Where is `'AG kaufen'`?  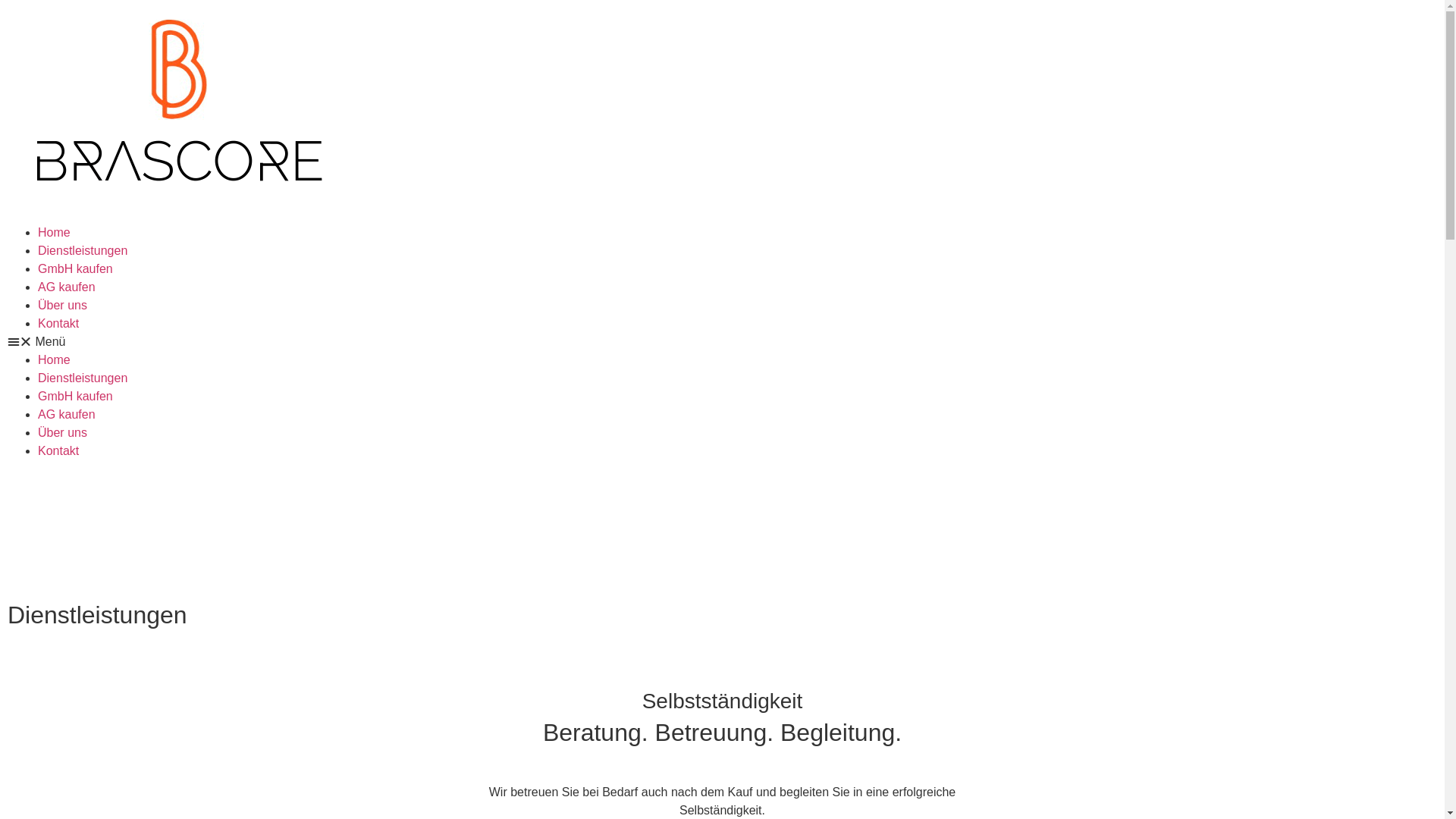
'AG kaufen' is located at coordinates (37, 414).